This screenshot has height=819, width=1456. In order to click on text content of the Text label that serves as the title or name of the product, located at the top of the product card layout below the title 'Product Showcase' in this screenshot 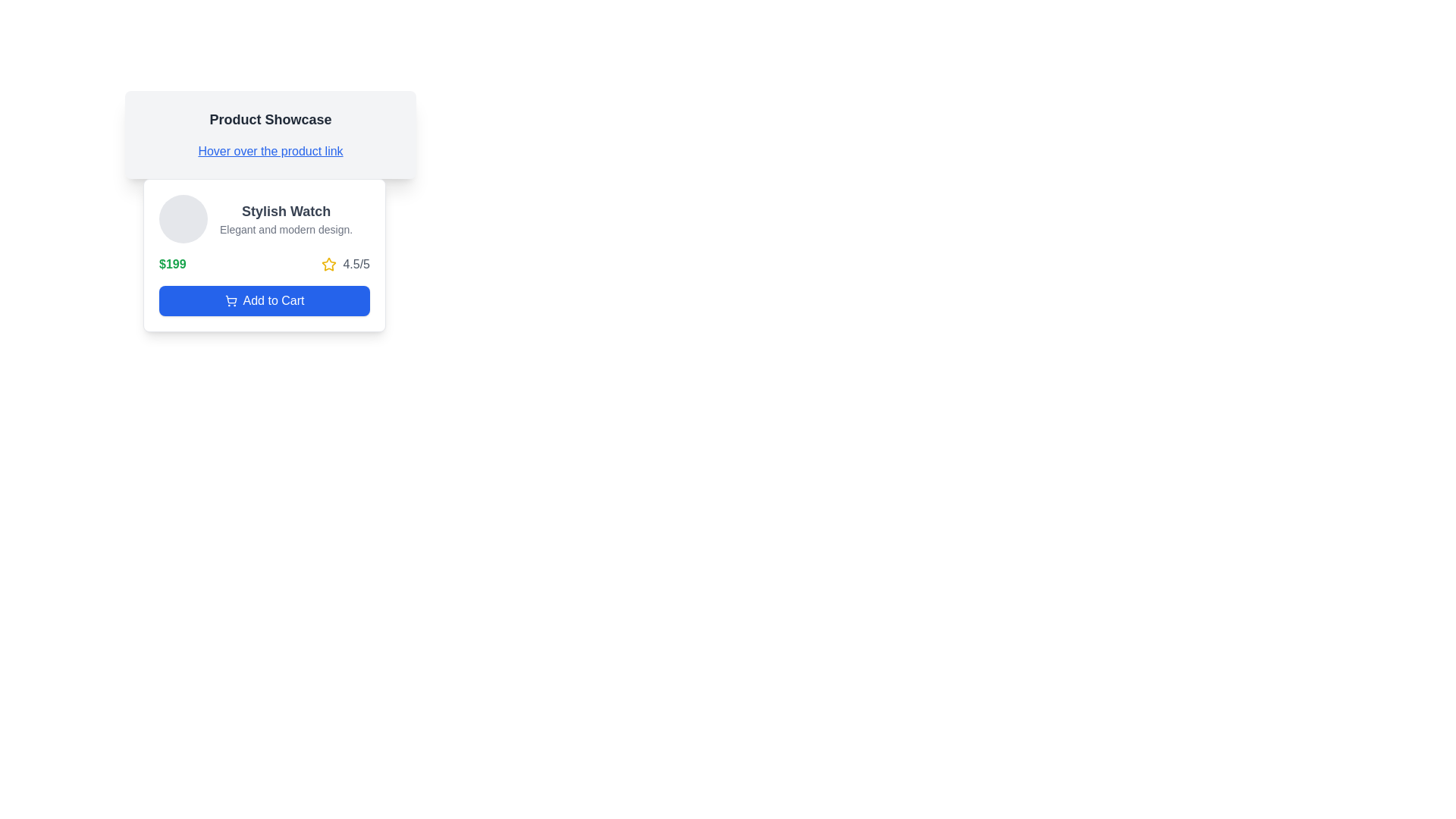, I will do `click(286, 211)`.